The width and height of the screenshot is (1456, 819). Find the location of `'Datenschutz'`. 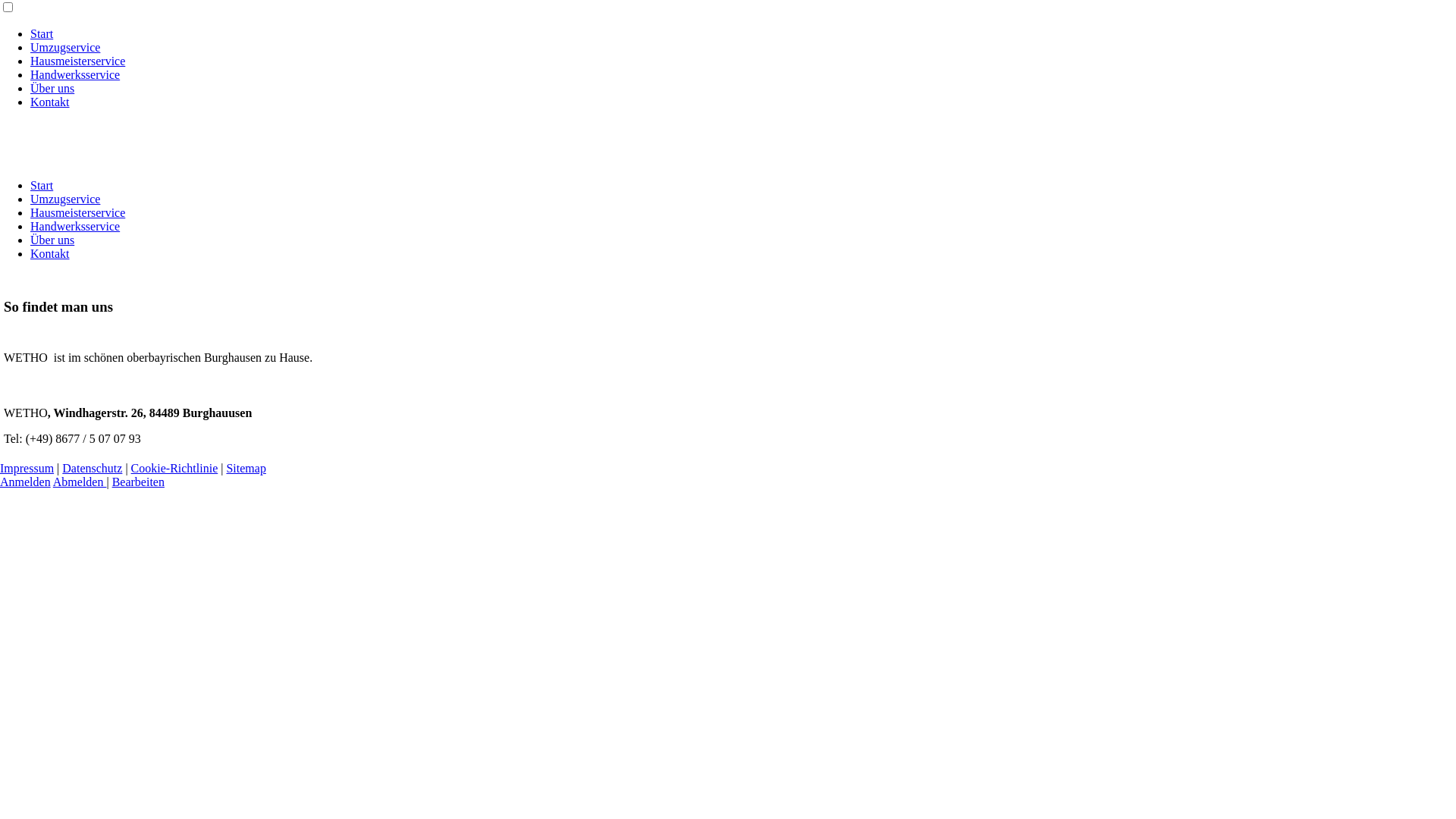

'Datenschutz' is located at coordinates (91, 467).